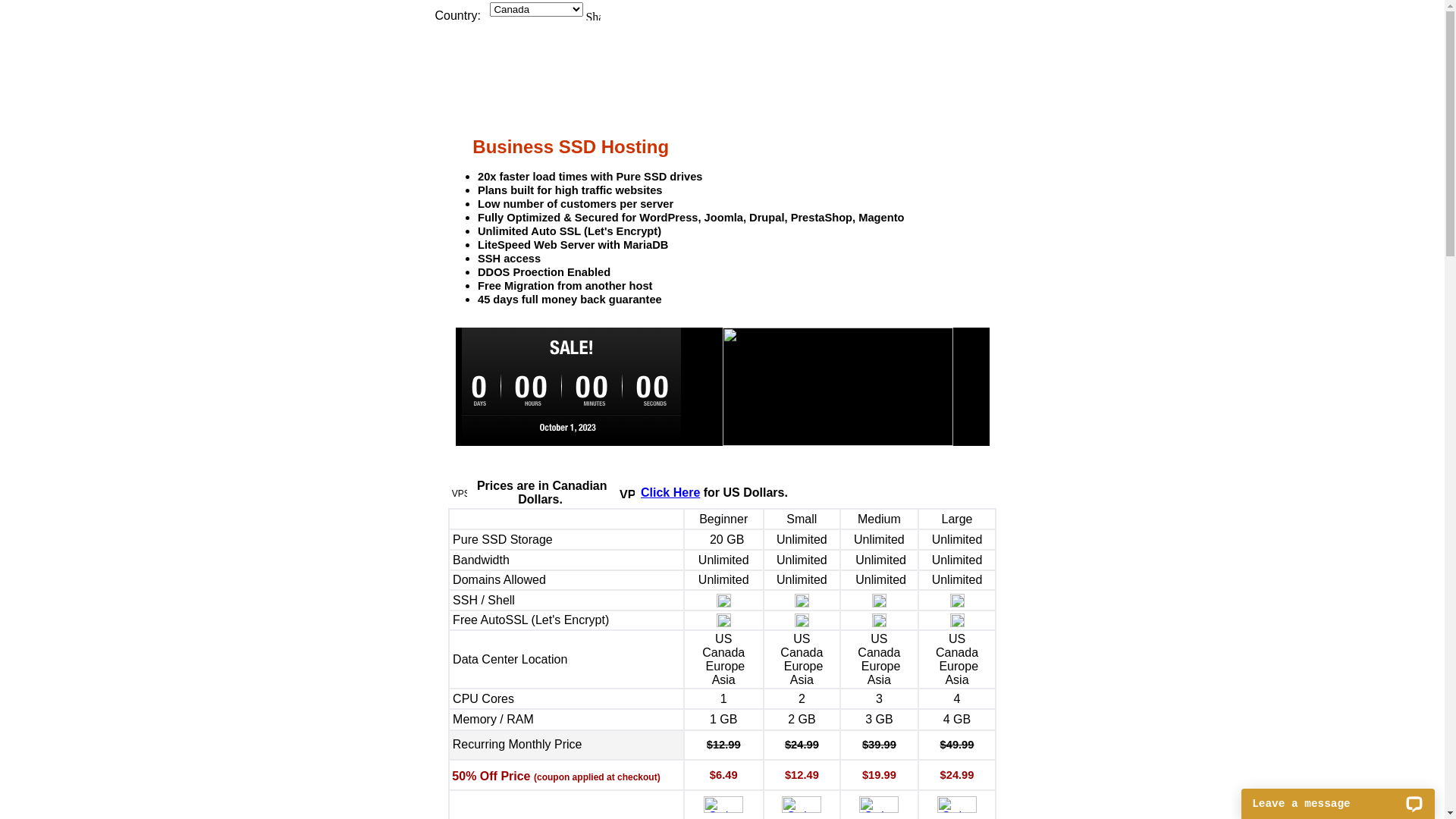 This screenshot has width=1456, height=819. Describe the element at coordinates (669, 492) in the screenshot. I see `'Click Here'` at that location.